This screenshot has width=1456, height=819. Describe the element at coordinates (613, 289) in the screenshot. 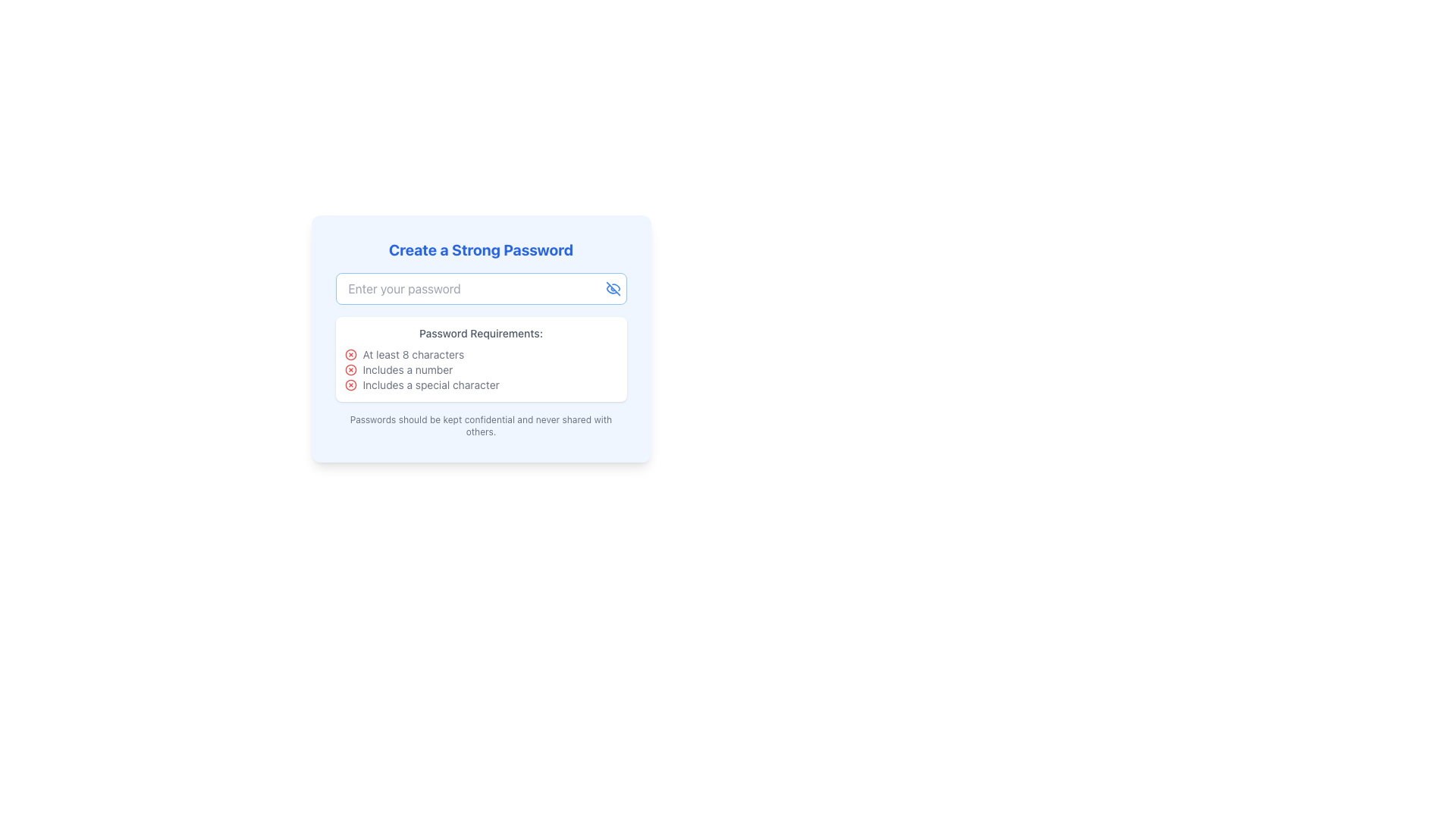

I see `the Visibility Toggle Icon located near the right side of the password input field` at that location.